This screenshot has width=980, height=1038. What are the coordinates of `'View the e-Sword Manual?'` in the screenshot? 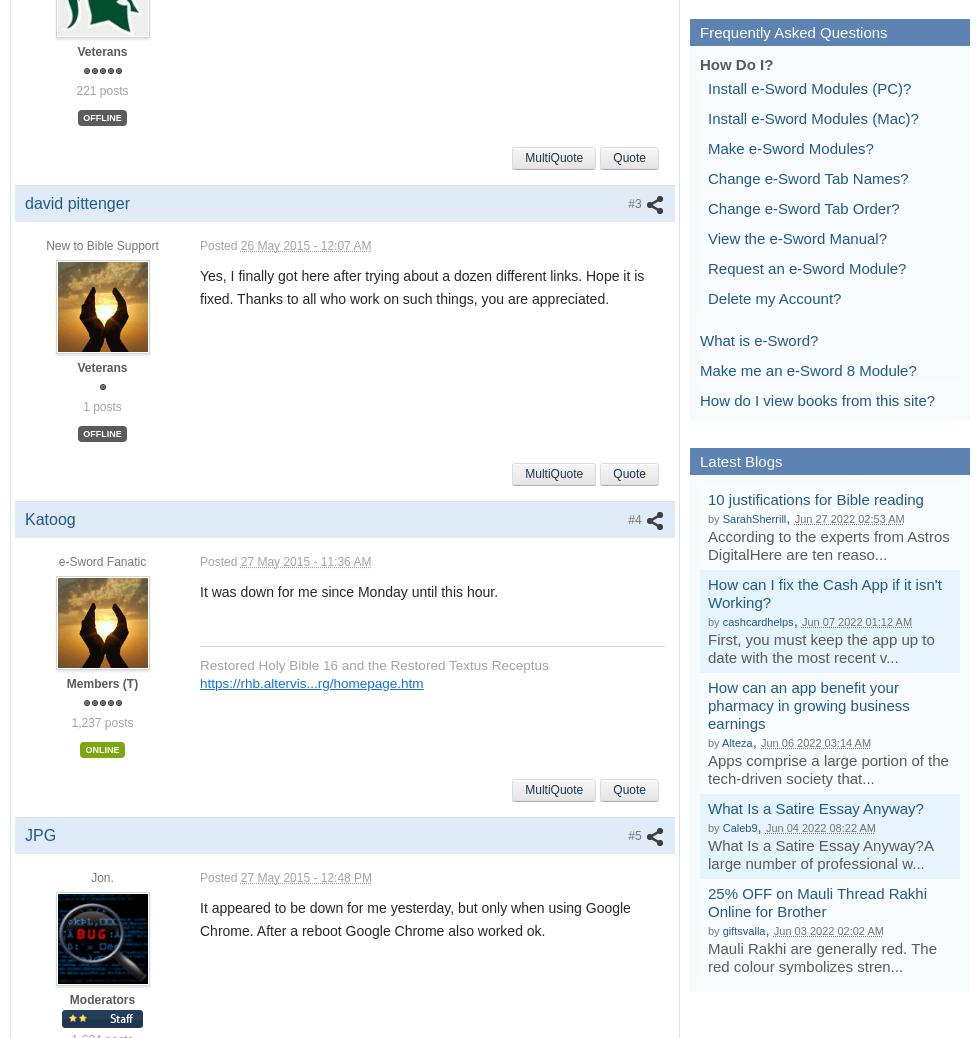 It's located at (797, 236).